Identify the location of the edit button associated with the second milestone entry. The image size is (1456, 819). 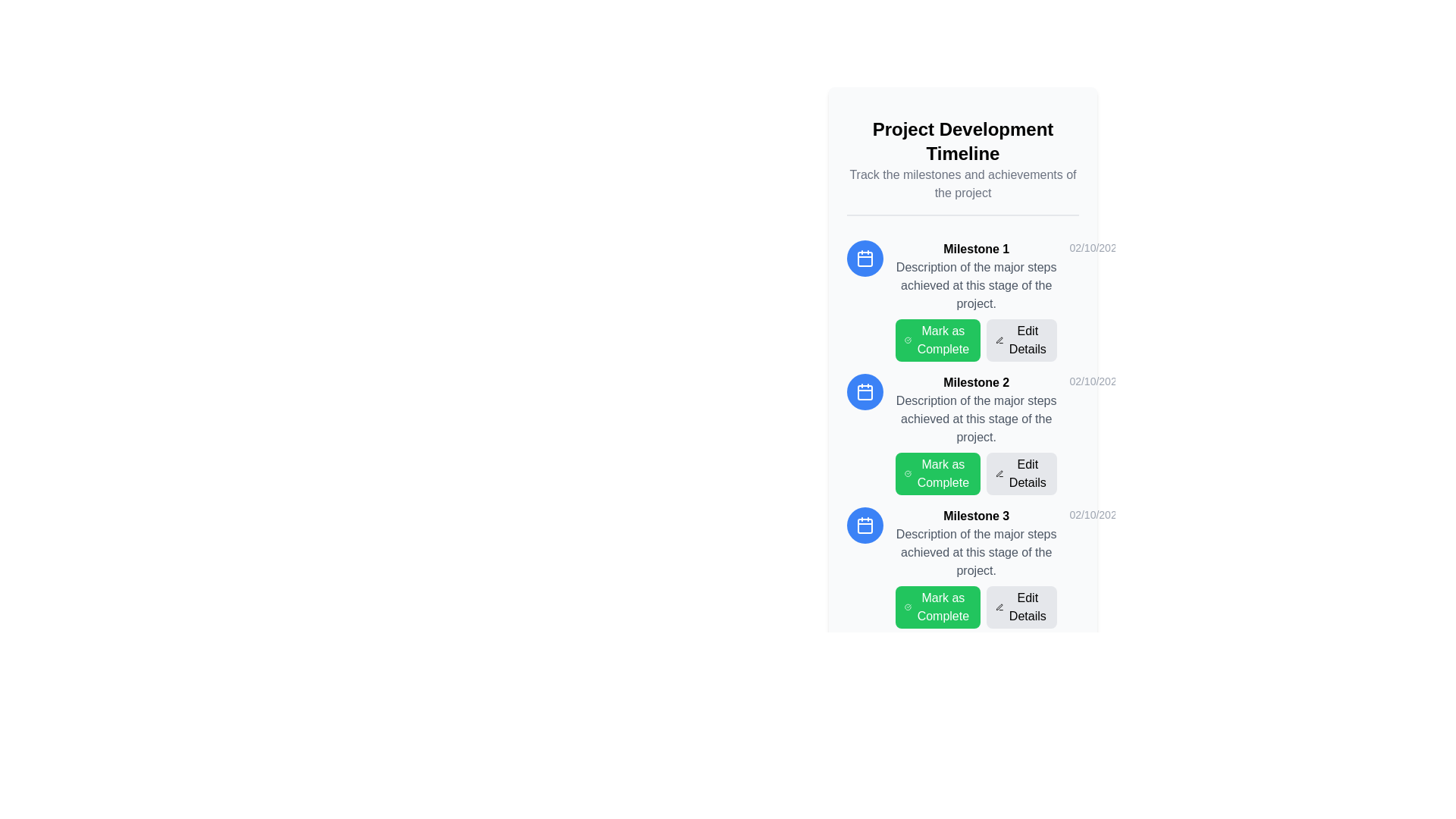
(1022, 472).